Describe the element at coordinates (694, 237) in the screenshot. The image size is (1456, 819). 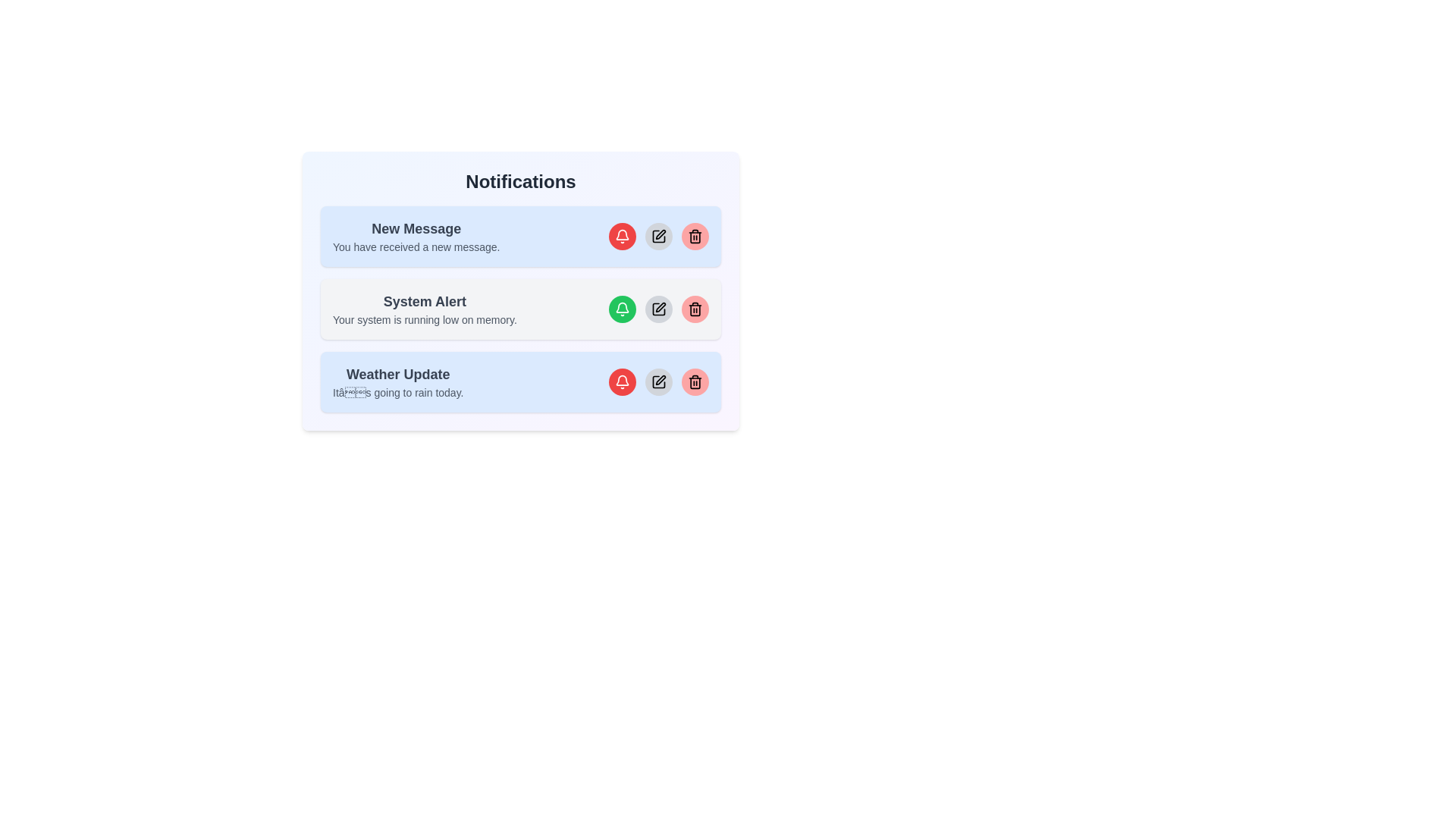
I see `the delete button for the notification with the title New Message` at that location.